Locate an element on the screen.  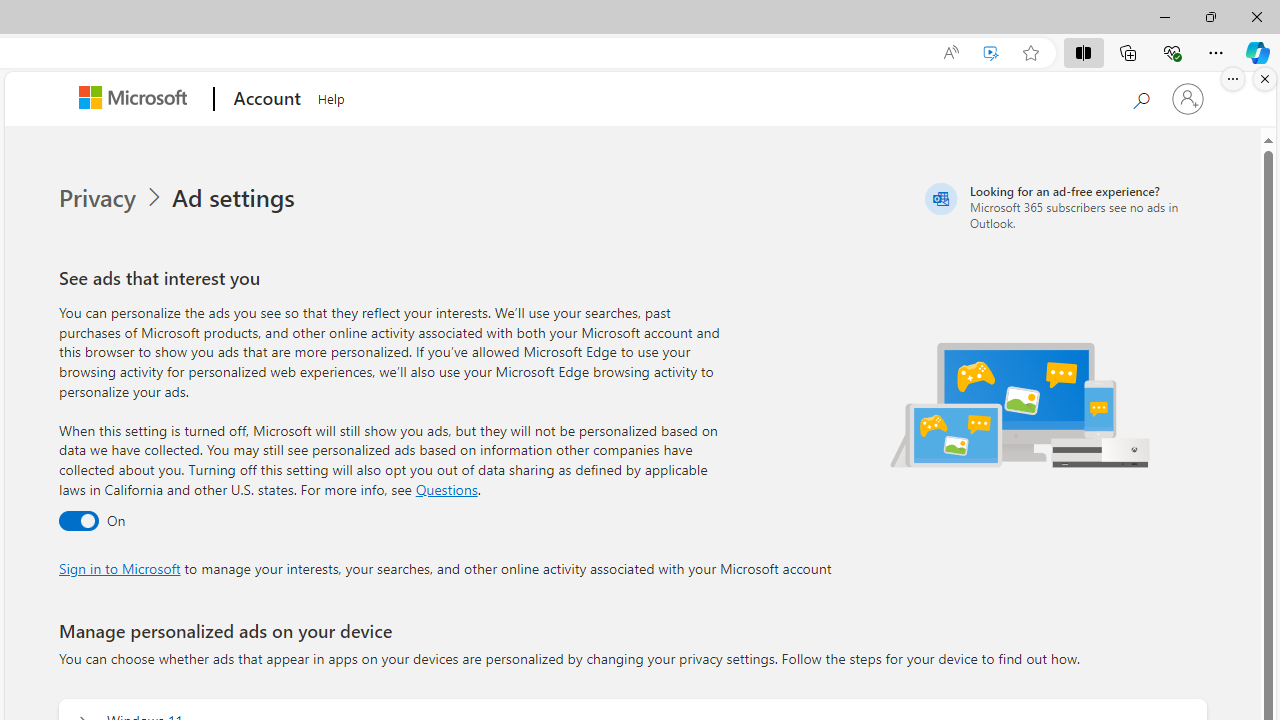
'Go to Questions section' is located at coordinates (445, 488).